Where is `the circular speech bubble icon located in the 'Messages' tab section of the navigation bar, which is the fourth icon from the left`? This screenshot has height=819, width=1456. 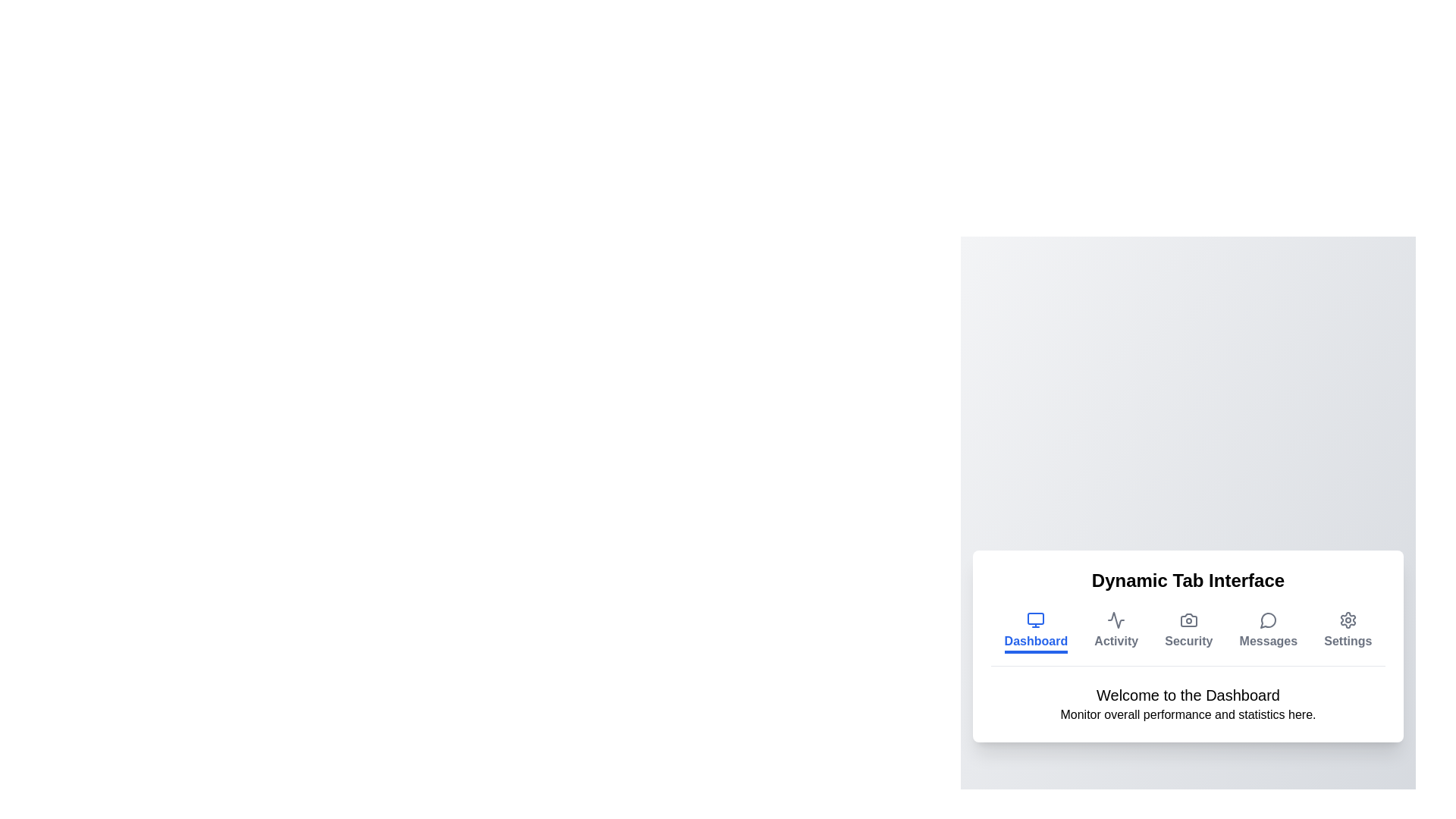
the circular speech bubble icon located in the 'Messages' tab section of the navigation bar, which is the fourth icon from the left is located at coordinates (1268, 620).